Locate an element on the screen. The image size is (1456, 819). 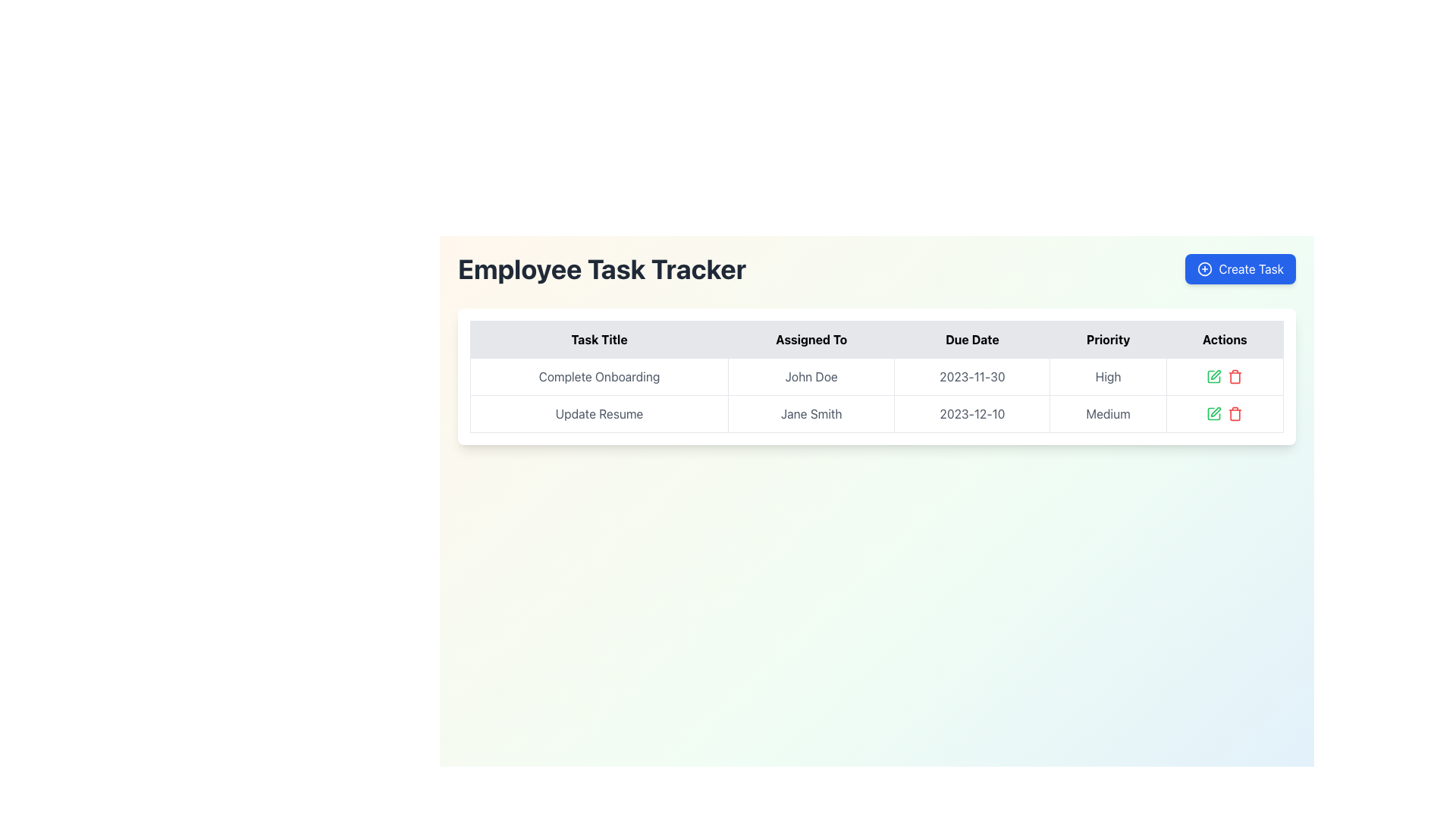
the text label displaying 'Jane Smith' in the 'Assigned To' column of the task table, located in the second row is located at coordinates (811, 414).